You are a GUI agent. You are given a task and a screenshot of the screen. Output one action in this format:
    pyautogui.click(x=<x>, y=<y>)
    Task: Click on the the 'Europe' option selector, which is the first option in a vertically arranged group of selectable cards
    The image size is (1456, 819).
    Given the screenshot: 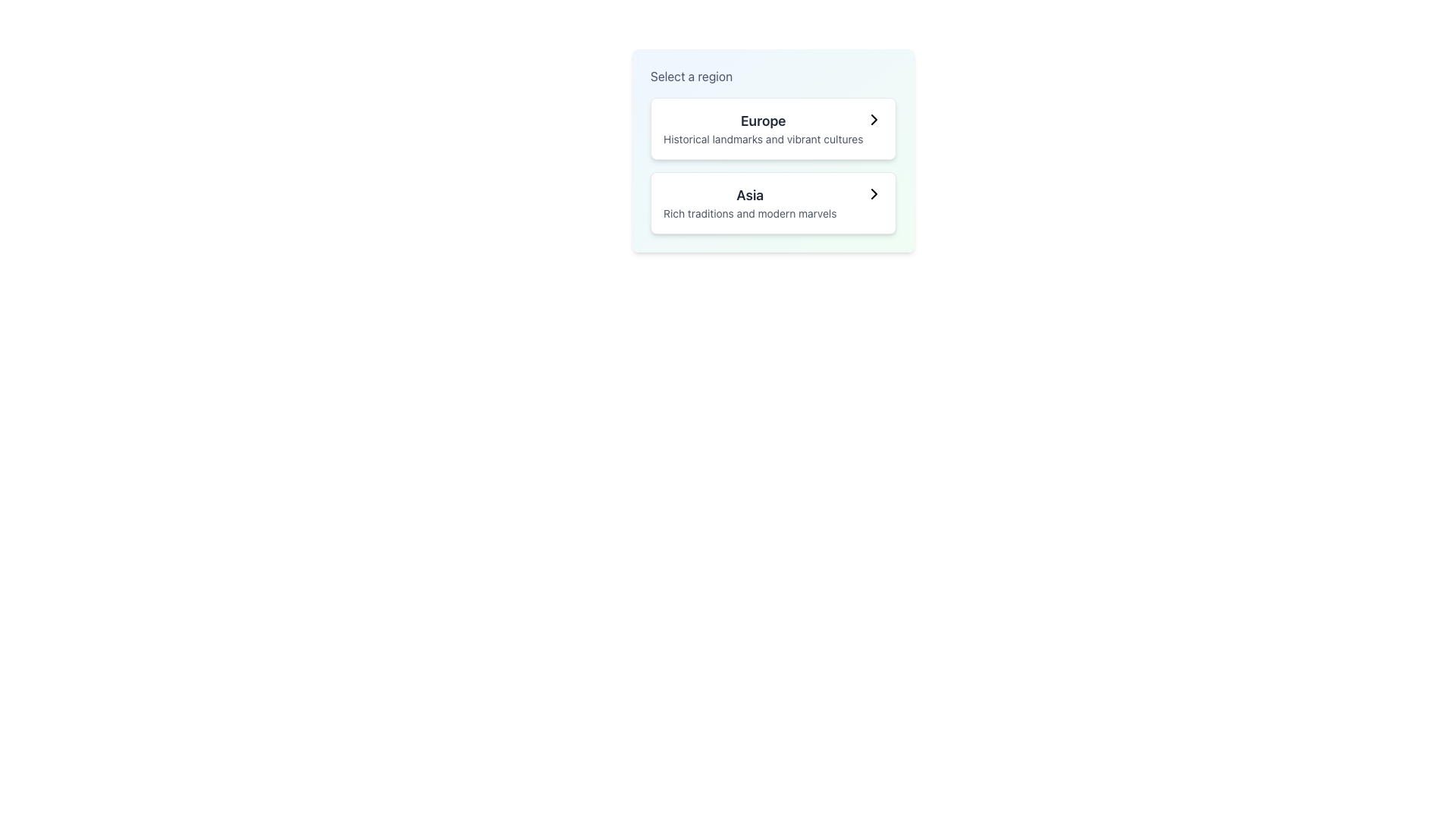 What is the action you would take?
    pyautogui.click(x=773, y=127)
    